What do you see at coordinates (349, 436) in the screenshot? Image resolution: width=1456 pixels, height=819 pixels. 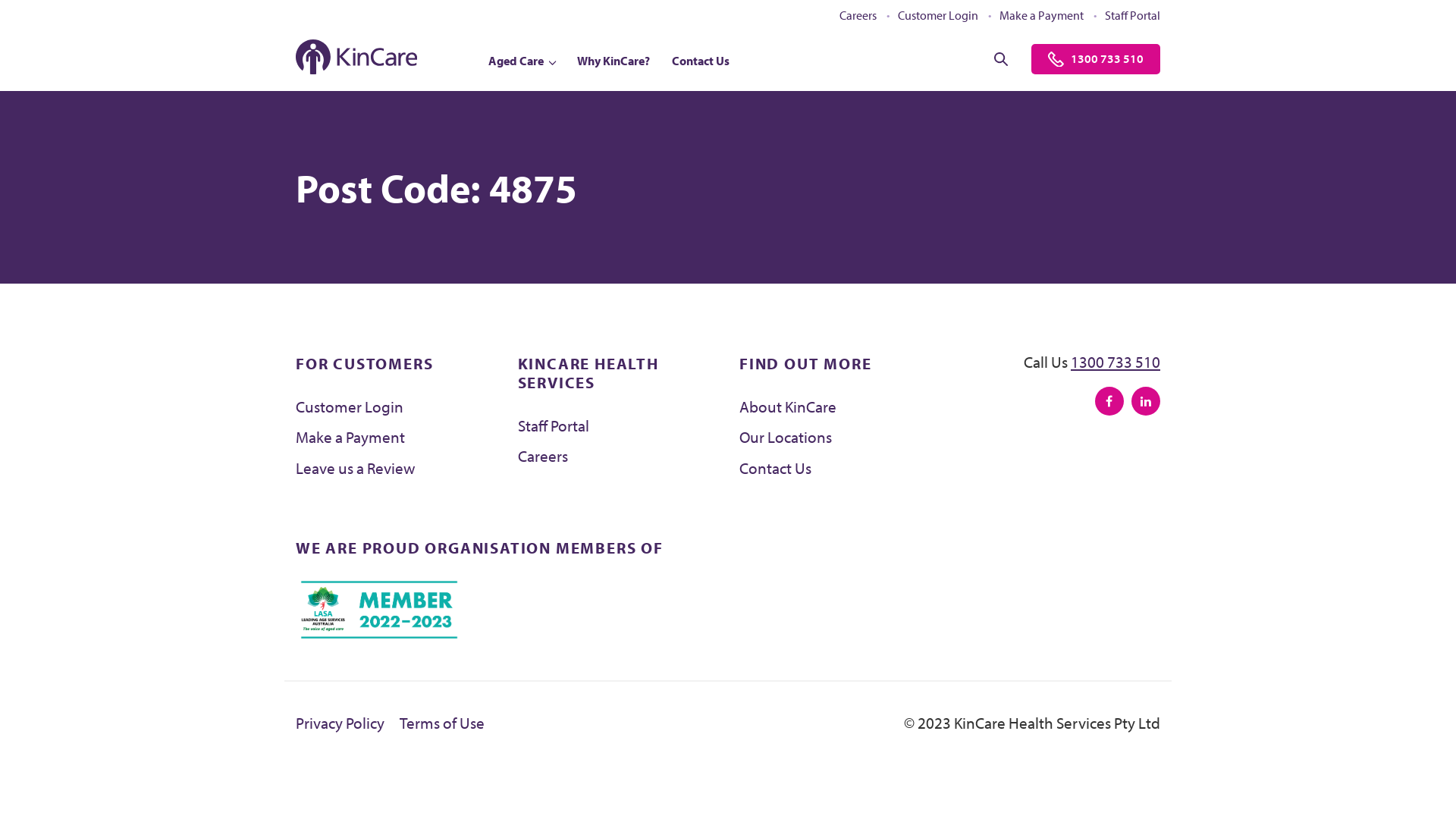 I see `'Make a Payment'` at bounding box center [349, 436].